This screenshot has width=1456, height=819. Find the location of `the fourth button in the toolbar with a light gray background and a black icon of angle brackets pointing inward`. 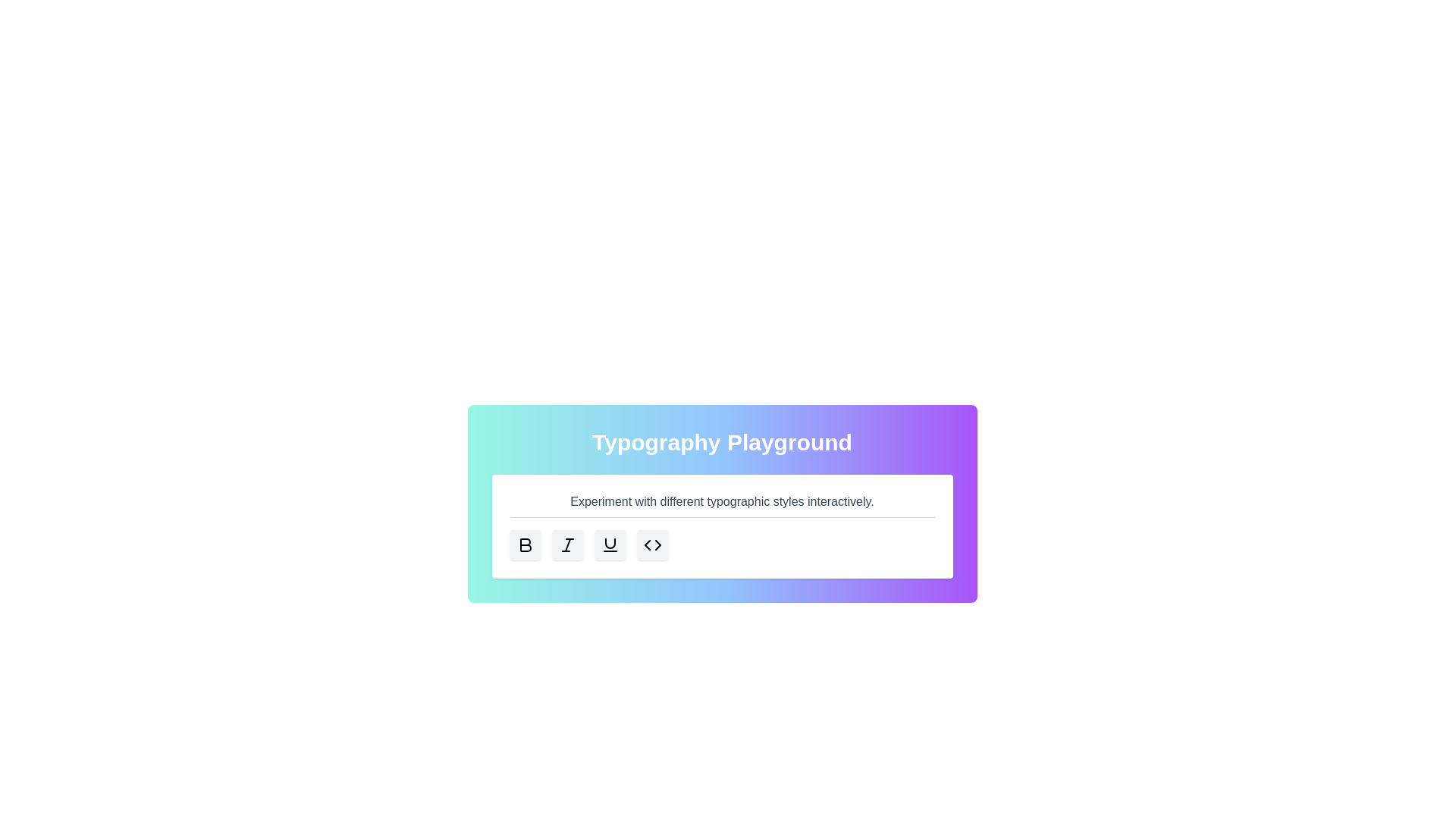

the fourth button in the toolbar with a light gray background and a black icon of angle brackets pointing inward is located at coordinates (652, 544).